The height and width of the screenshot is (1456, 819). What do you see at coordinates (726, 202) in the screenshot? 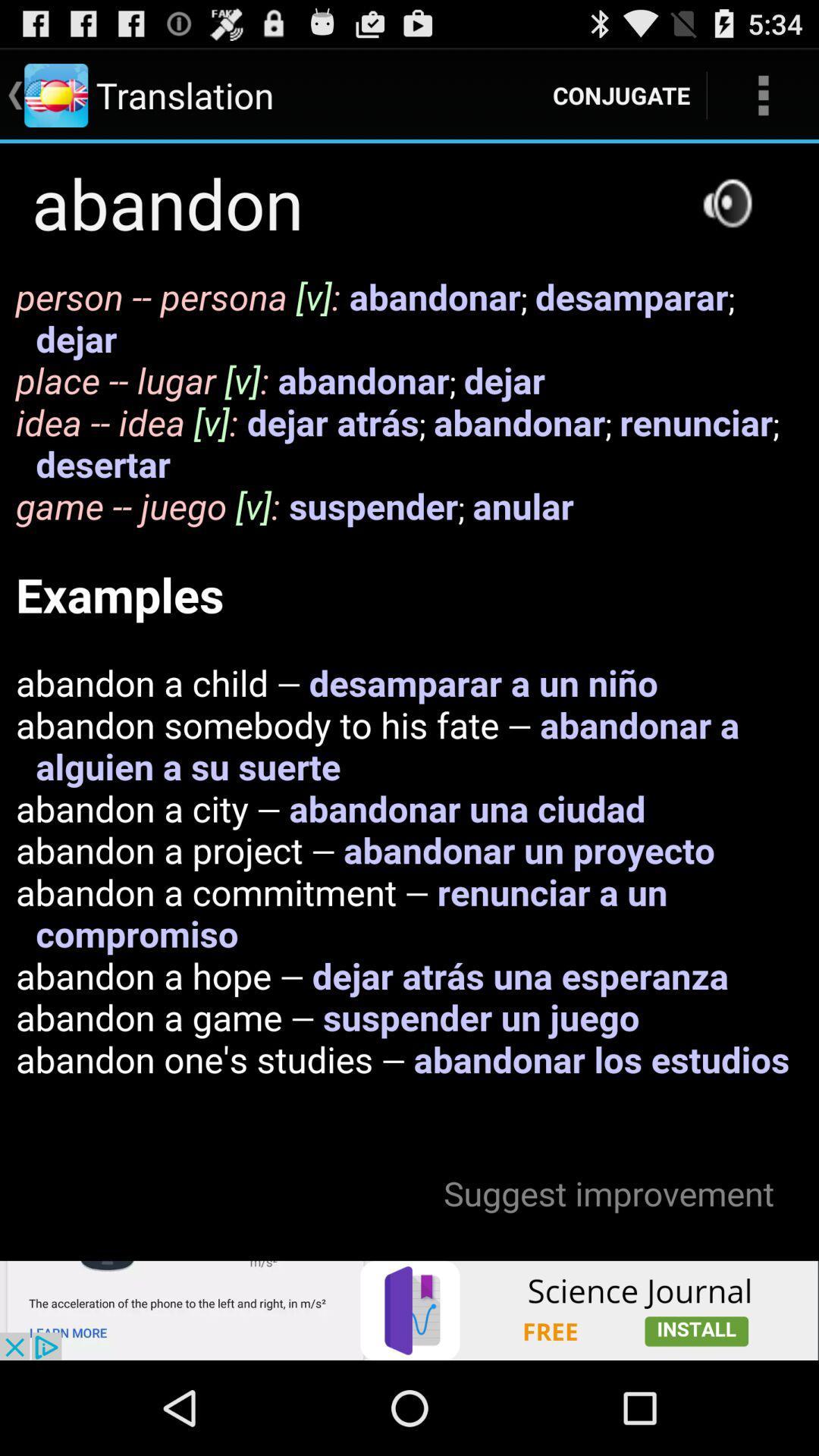
I see `read aloud` at bounding box center [726, 202].